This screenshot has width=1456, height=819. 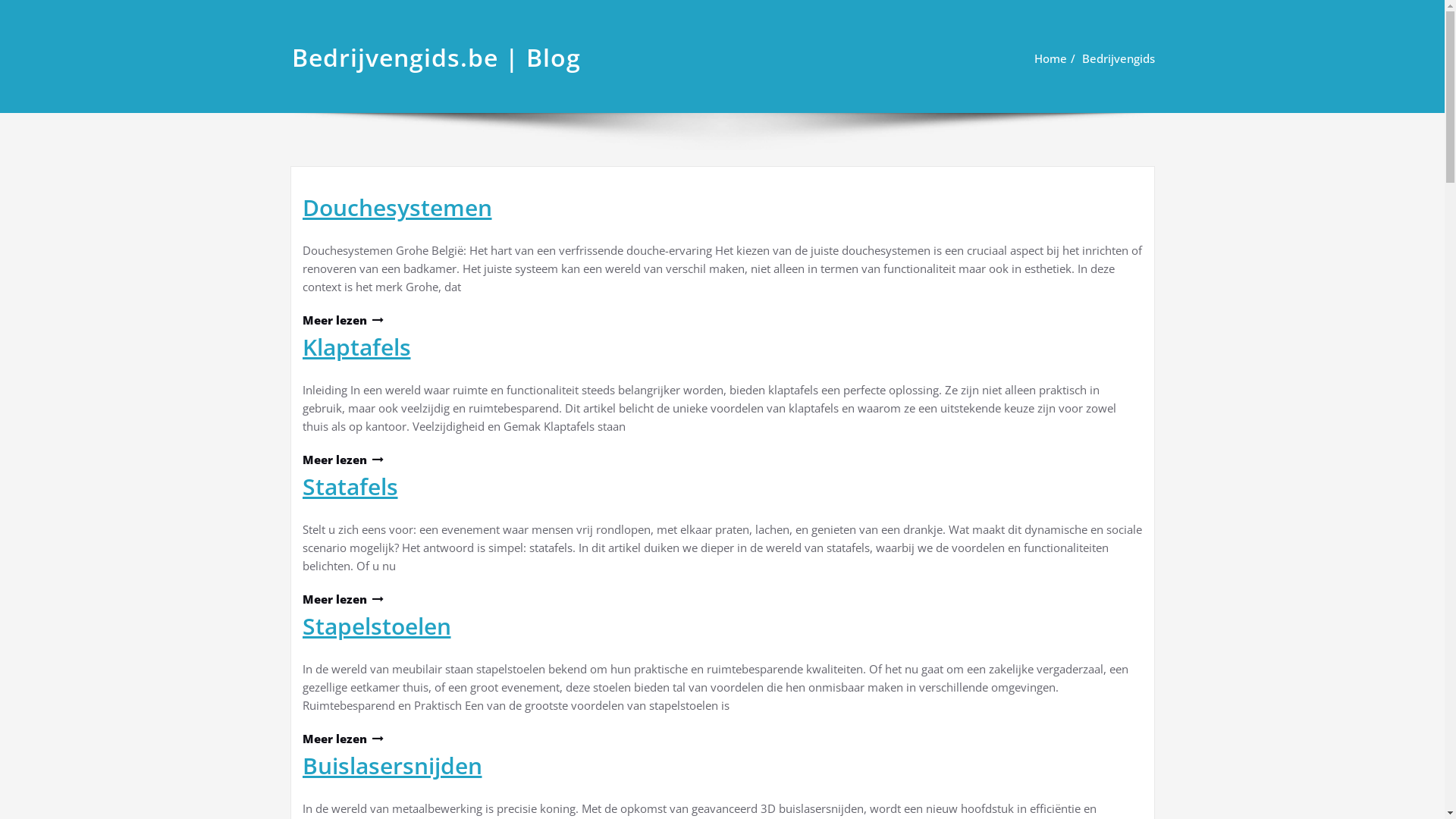 I want to click on 'Statafels', so click(x=348, y=486).